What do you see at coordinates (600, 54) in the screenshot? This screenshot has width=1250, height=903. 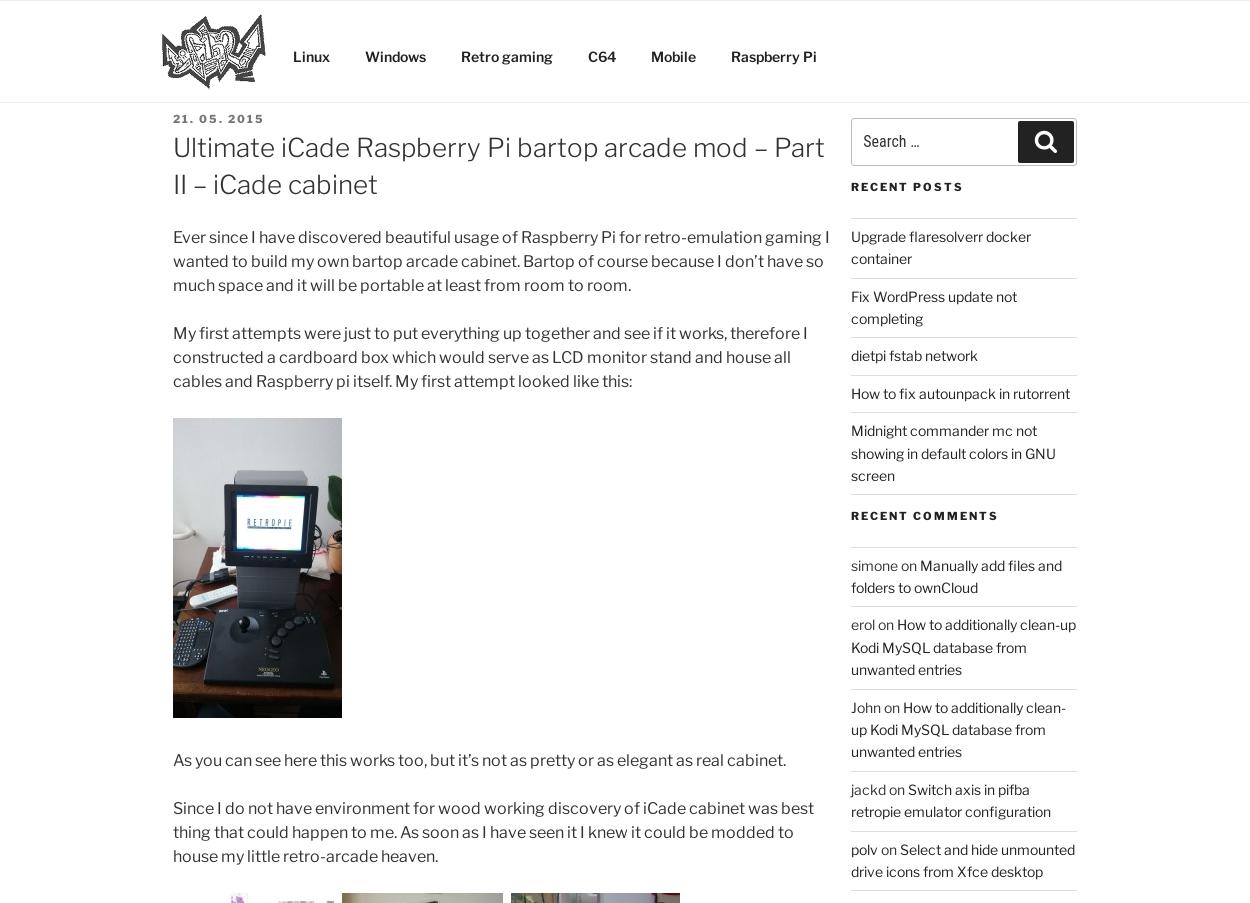 I see `'C64'` at bounding box center [600, 54].